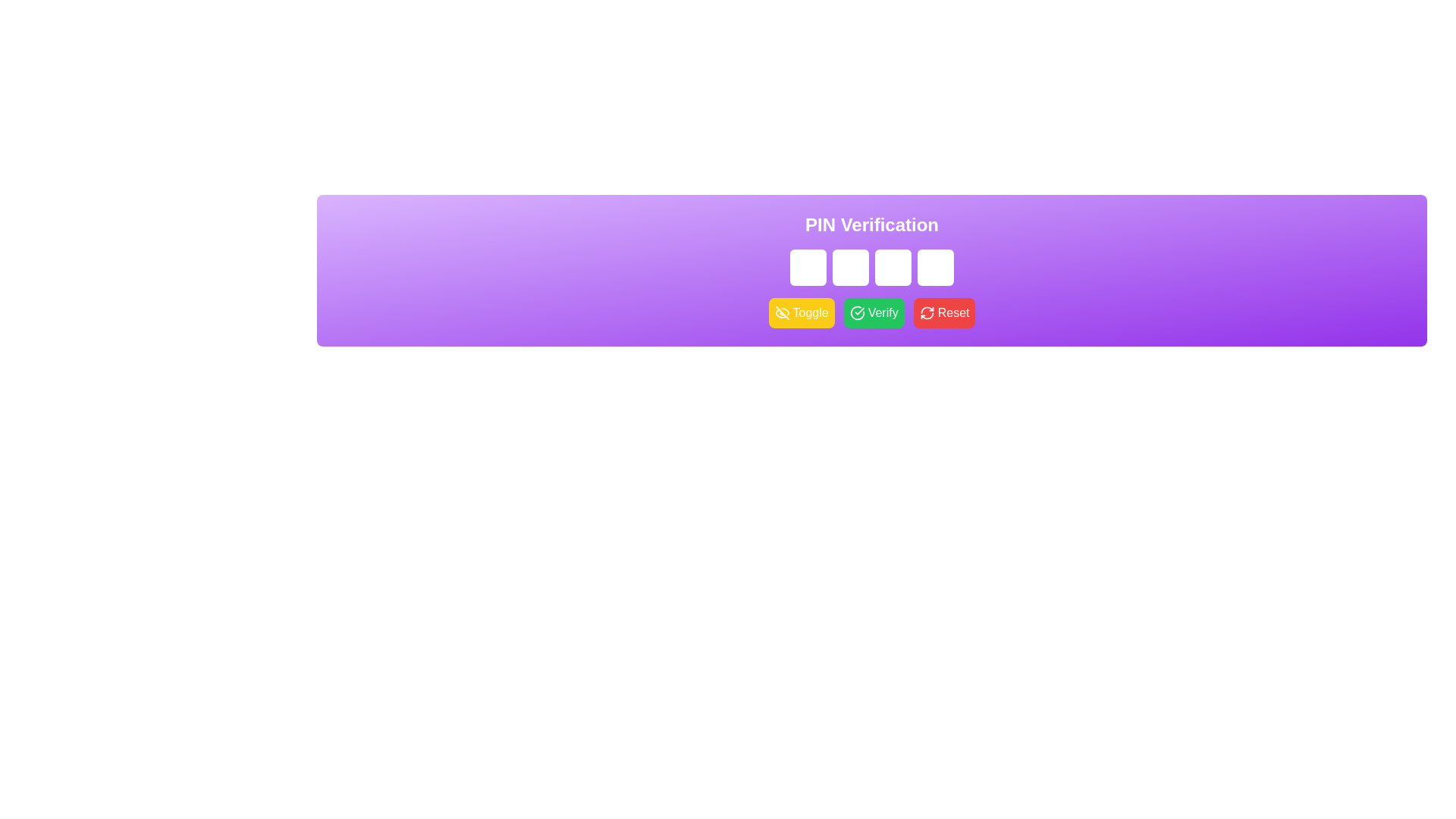  Describe the element at coordinates (874, 312) in the screenshot. I see `the second button in a horizontal group of three buttons below the PIN input field to change its color` at that location.